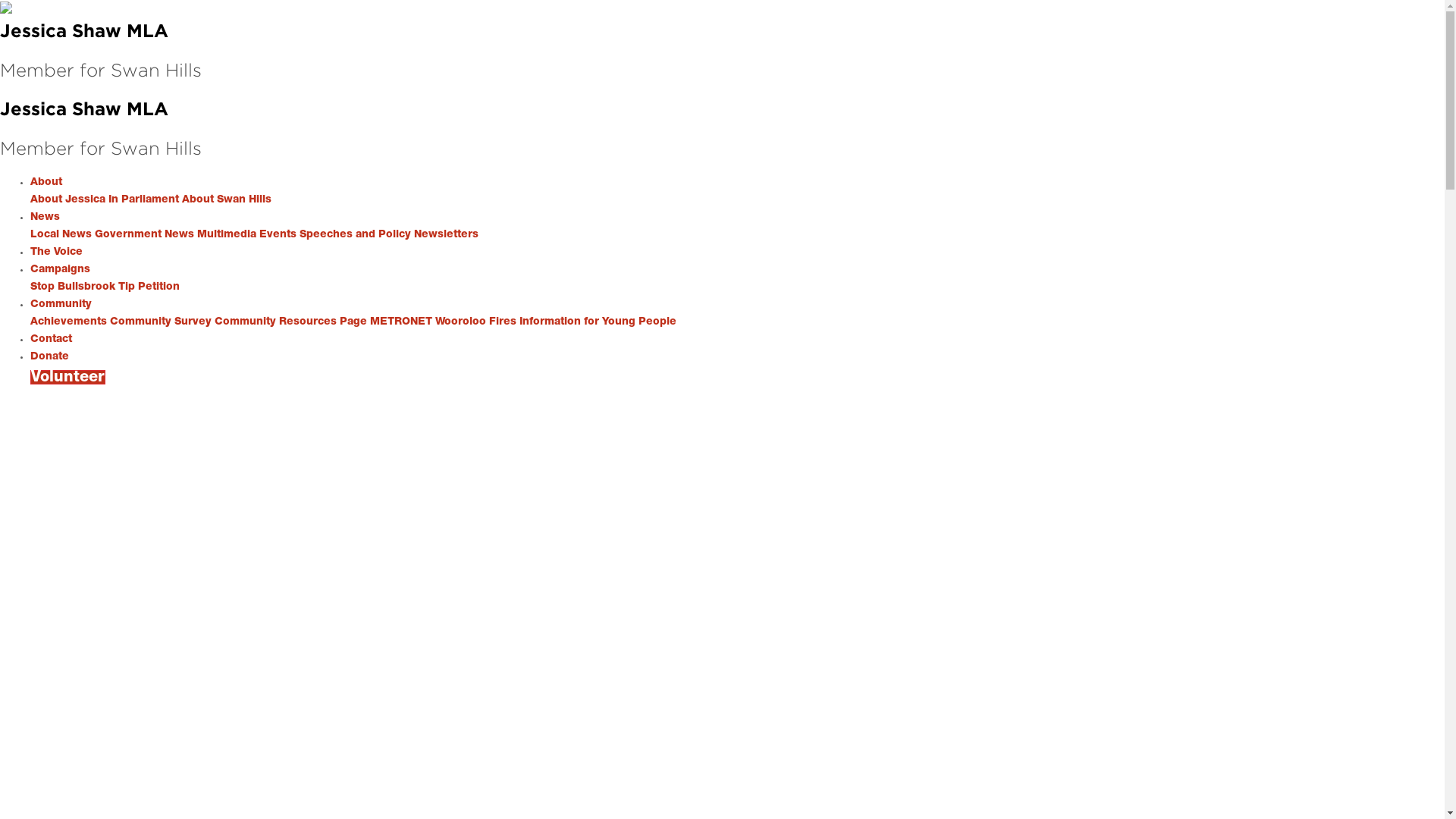 This screenshot has height=819, width=1456. Describe the element at coordinates (445, 234) in the screenshot. I see `'Newsletters'` at that location.